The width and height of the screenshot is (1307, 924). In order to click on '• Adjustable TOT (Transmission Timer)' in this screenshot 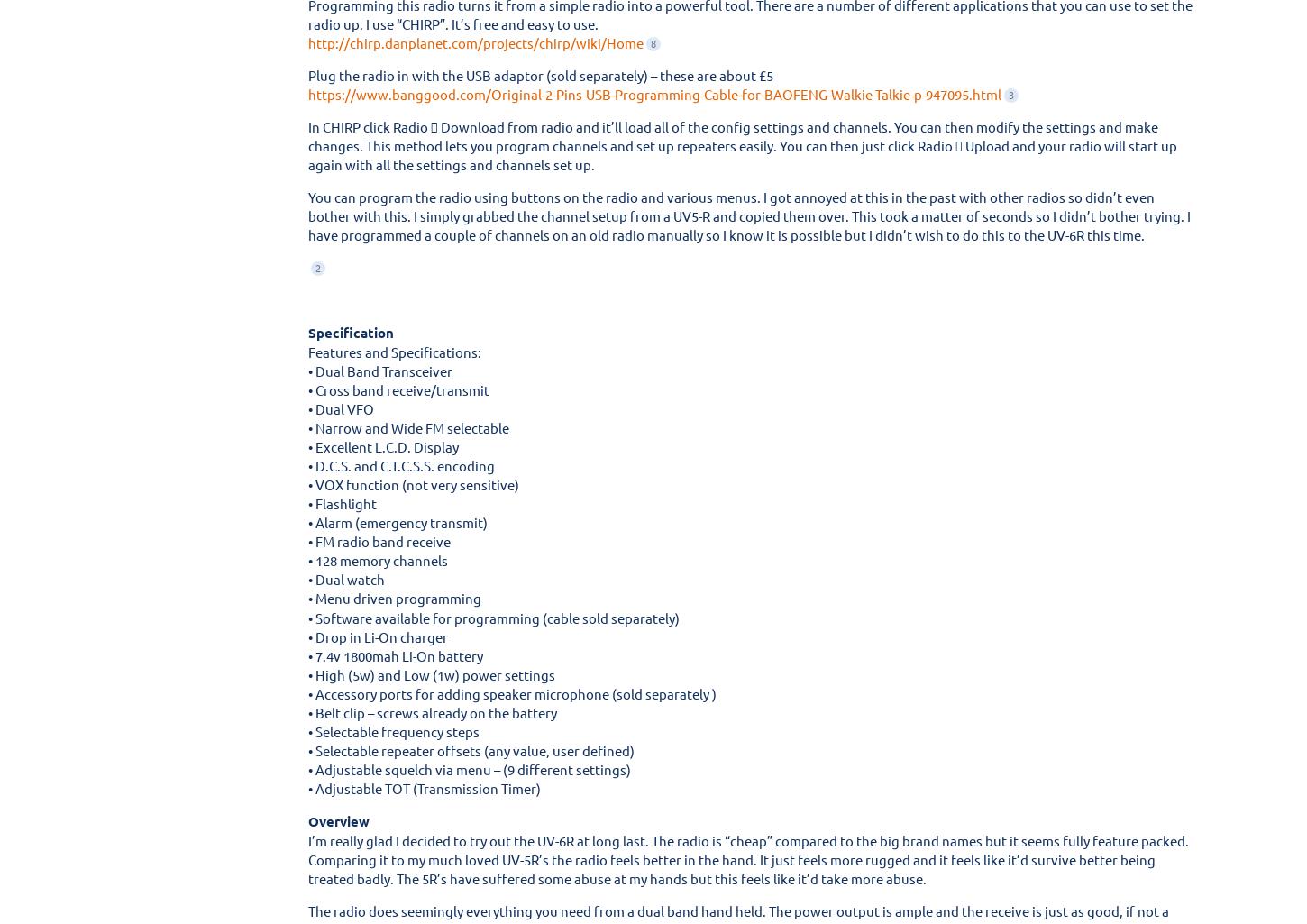, I will do `click(308, 787)`.